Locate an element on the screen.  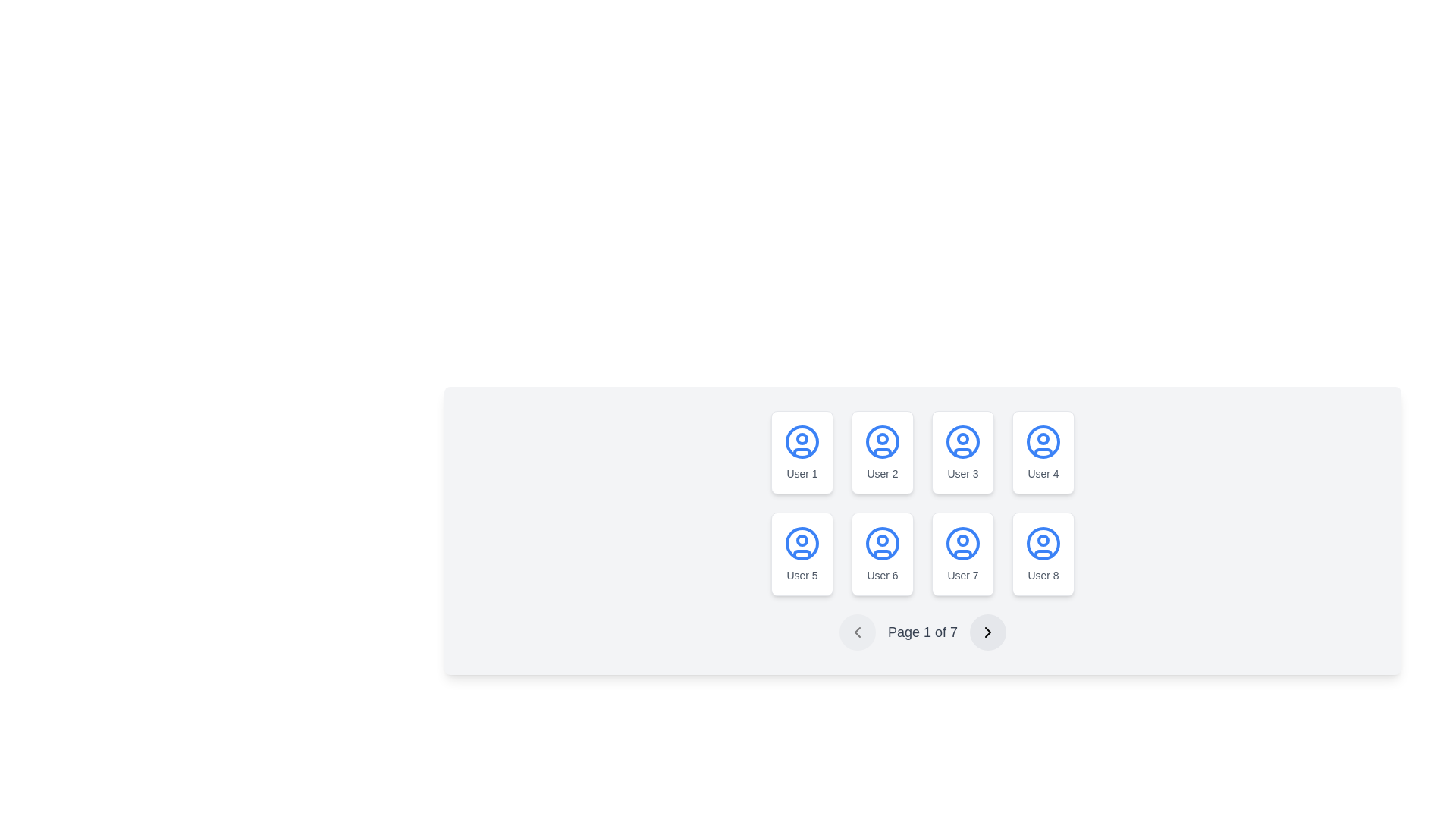
the user profile icon, which is a blue circular outline with a smaller circle inside, representing 'User 5' in the user cards grid is located at coordinates (801, 543).